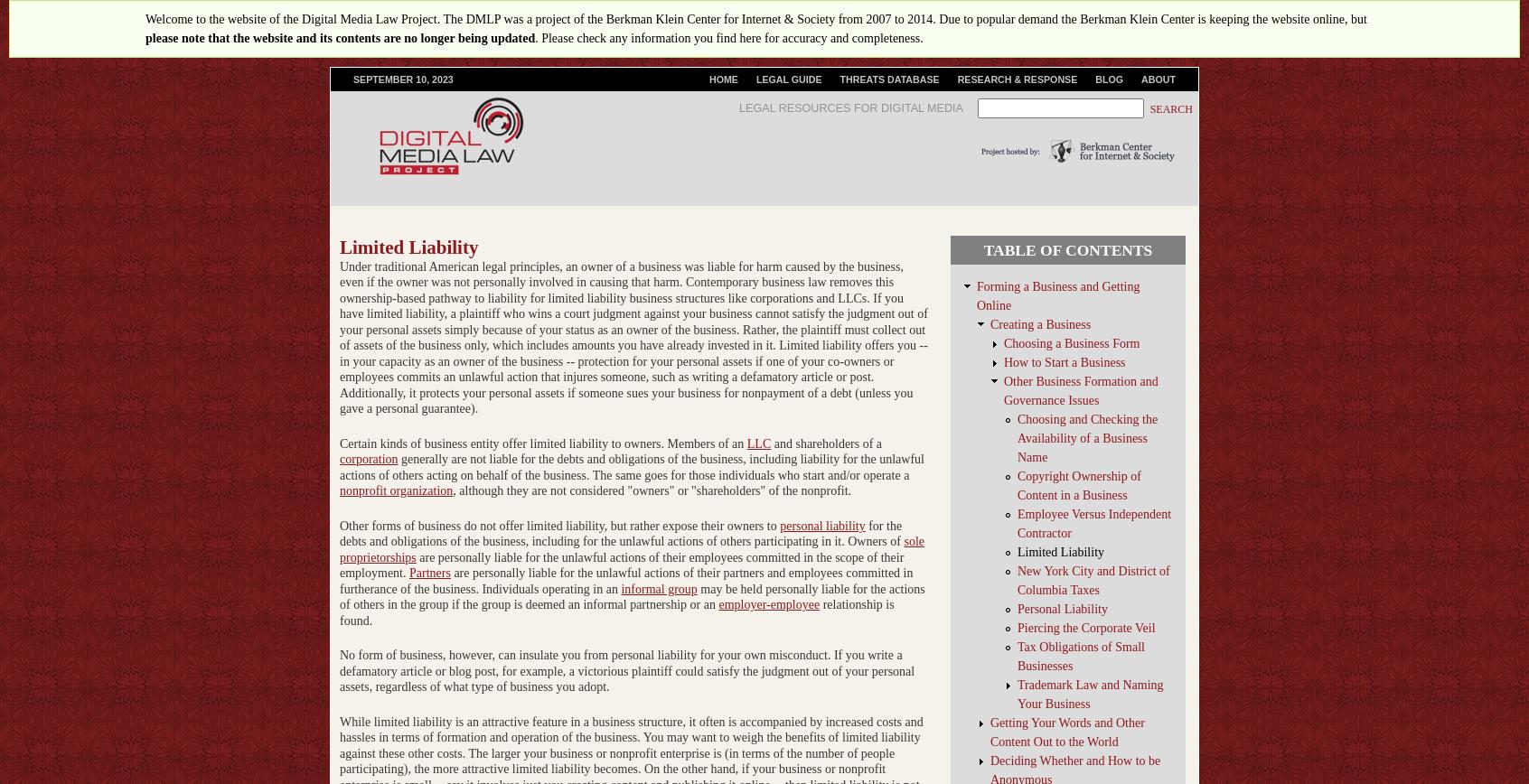 The height and width of the screenshot is (784, 1529). I want to click on 'Legal Guide', so click(787, 79).